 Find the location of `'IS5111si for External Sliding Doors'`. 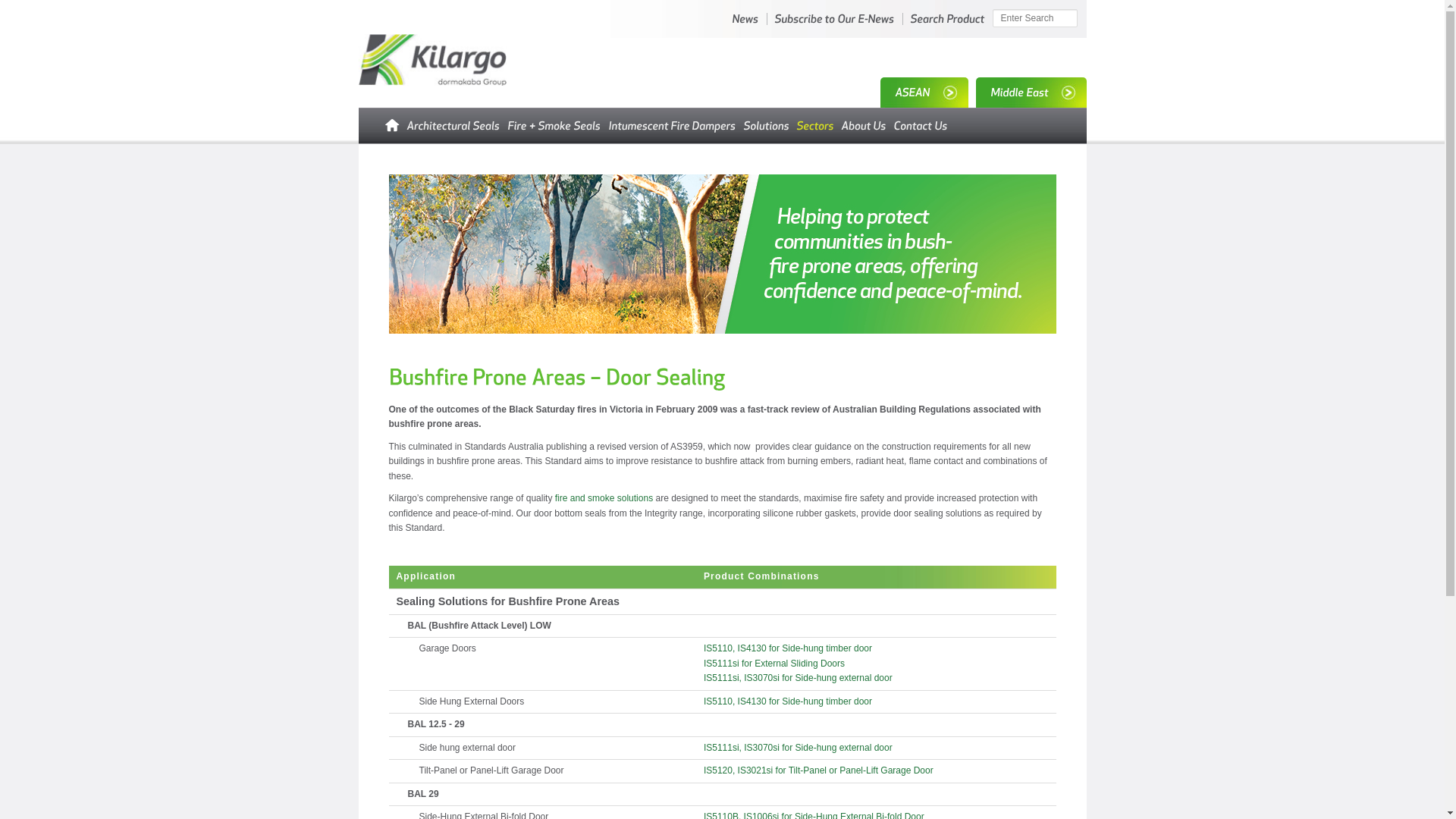

'IS5111si for External Sliding Doors' is located at coordinates (774, 663).